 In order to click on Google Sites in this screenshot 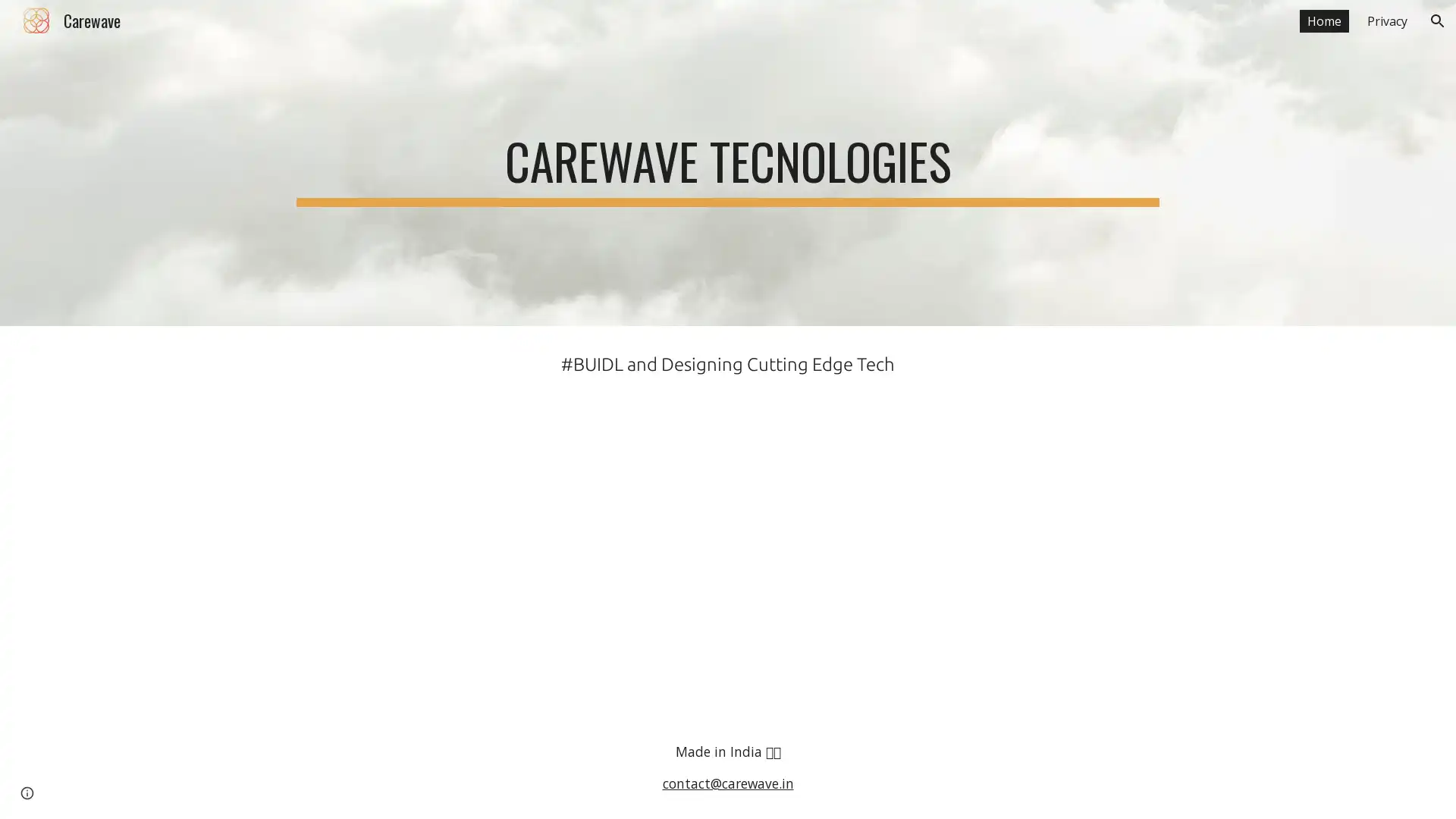, I will do `click(73, 792)`.